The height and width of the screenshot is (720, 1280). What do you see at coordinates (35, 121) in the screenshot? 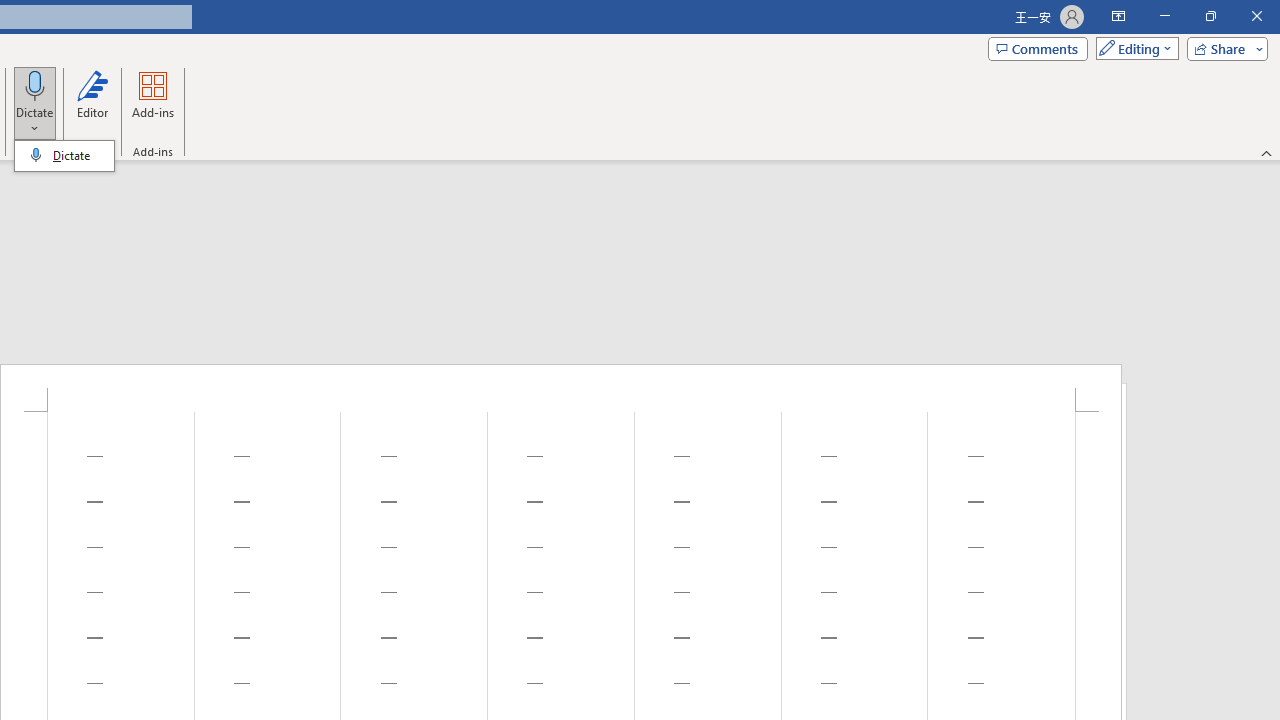
I see `'More Options'` at bounding box center [35, 121].